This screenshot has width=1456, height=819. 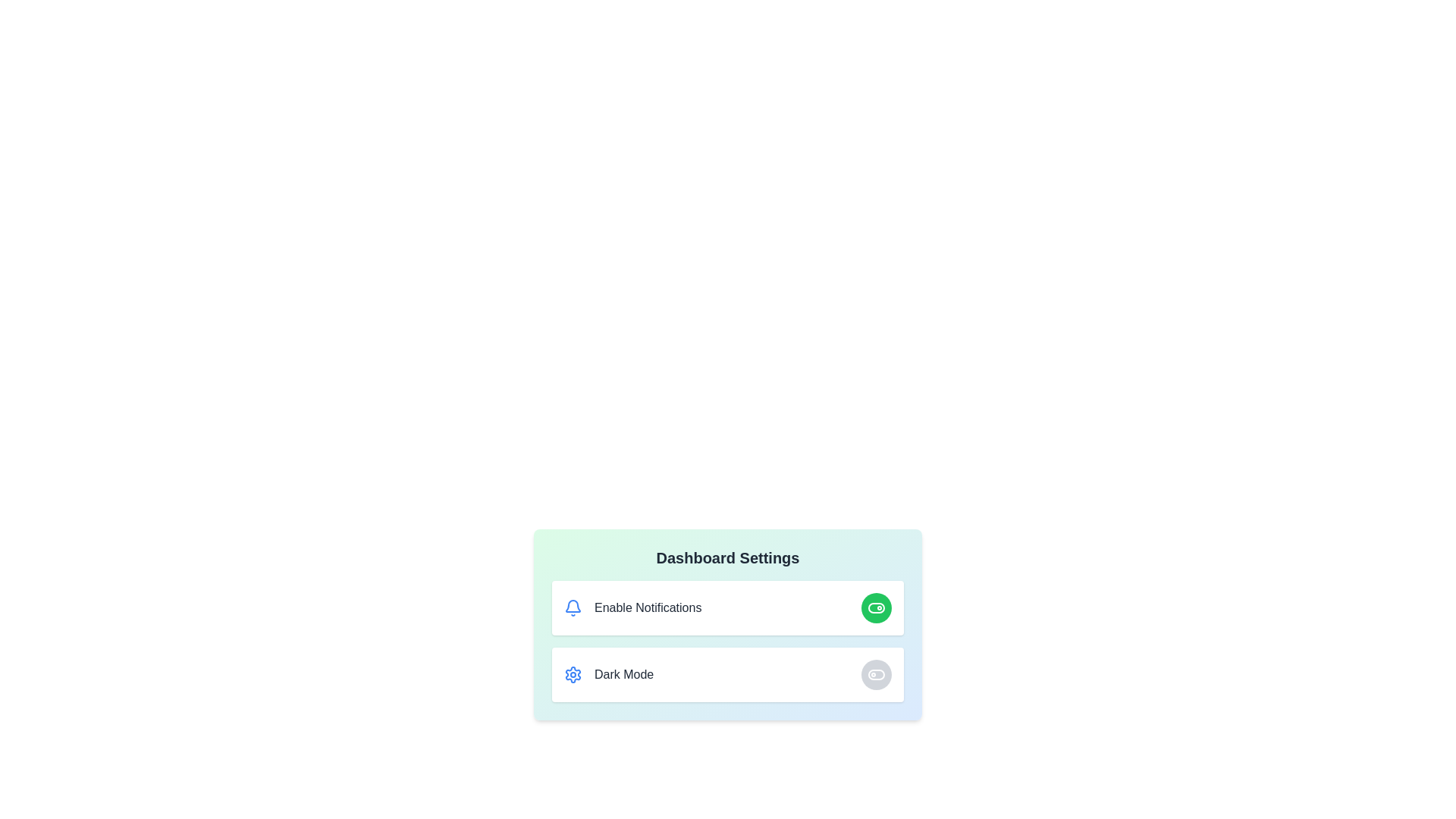 I want to click on the Toggle switch background located to the right of the 'Enable Notifications' label in the 'Dashboard Settings' section, which visually indicates the enabled or disabled state of the toggle, so click(x=877, y=607).